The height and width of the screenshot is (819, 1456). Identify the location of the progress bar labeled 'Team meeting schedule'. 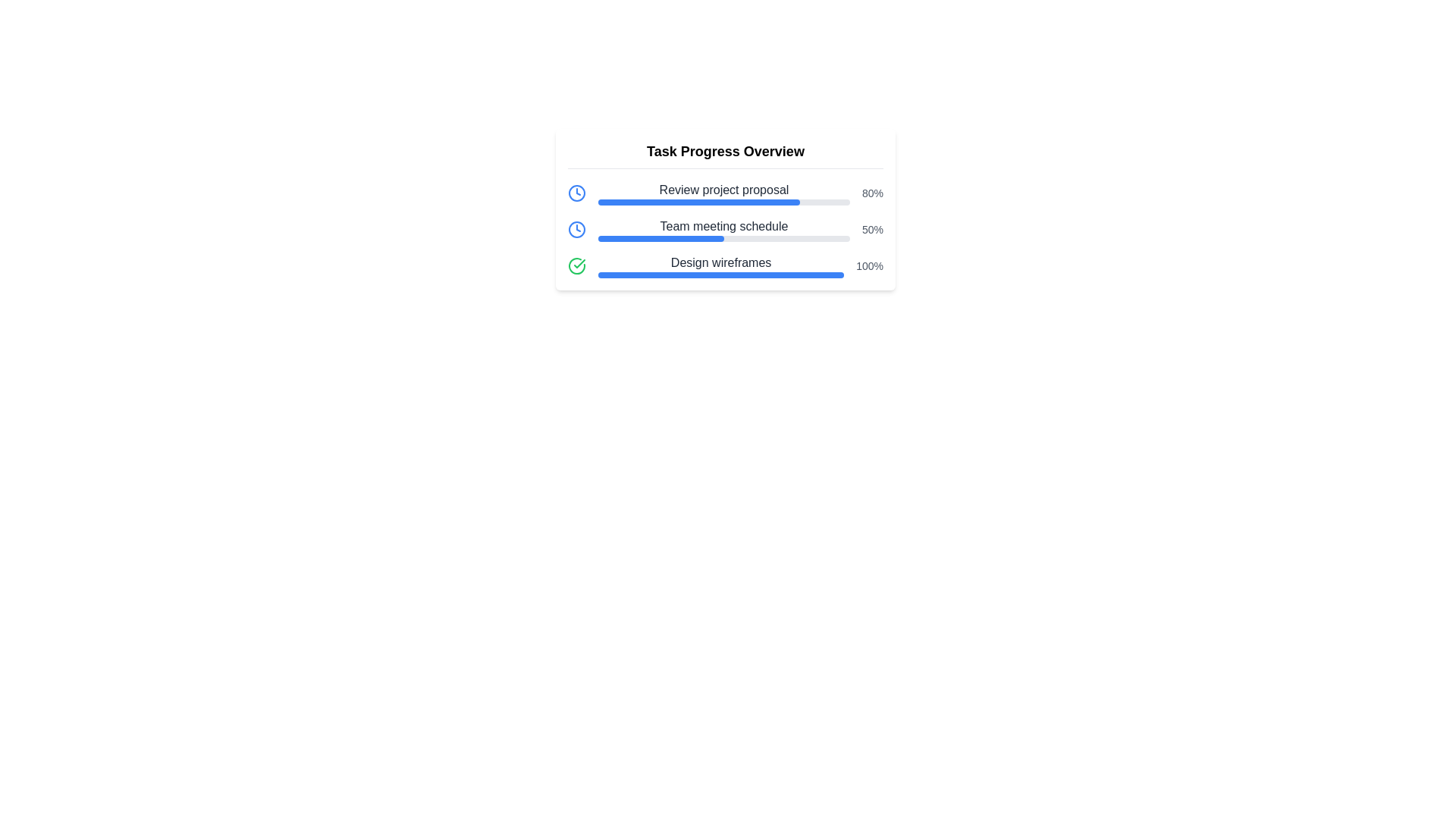
(723, 230).